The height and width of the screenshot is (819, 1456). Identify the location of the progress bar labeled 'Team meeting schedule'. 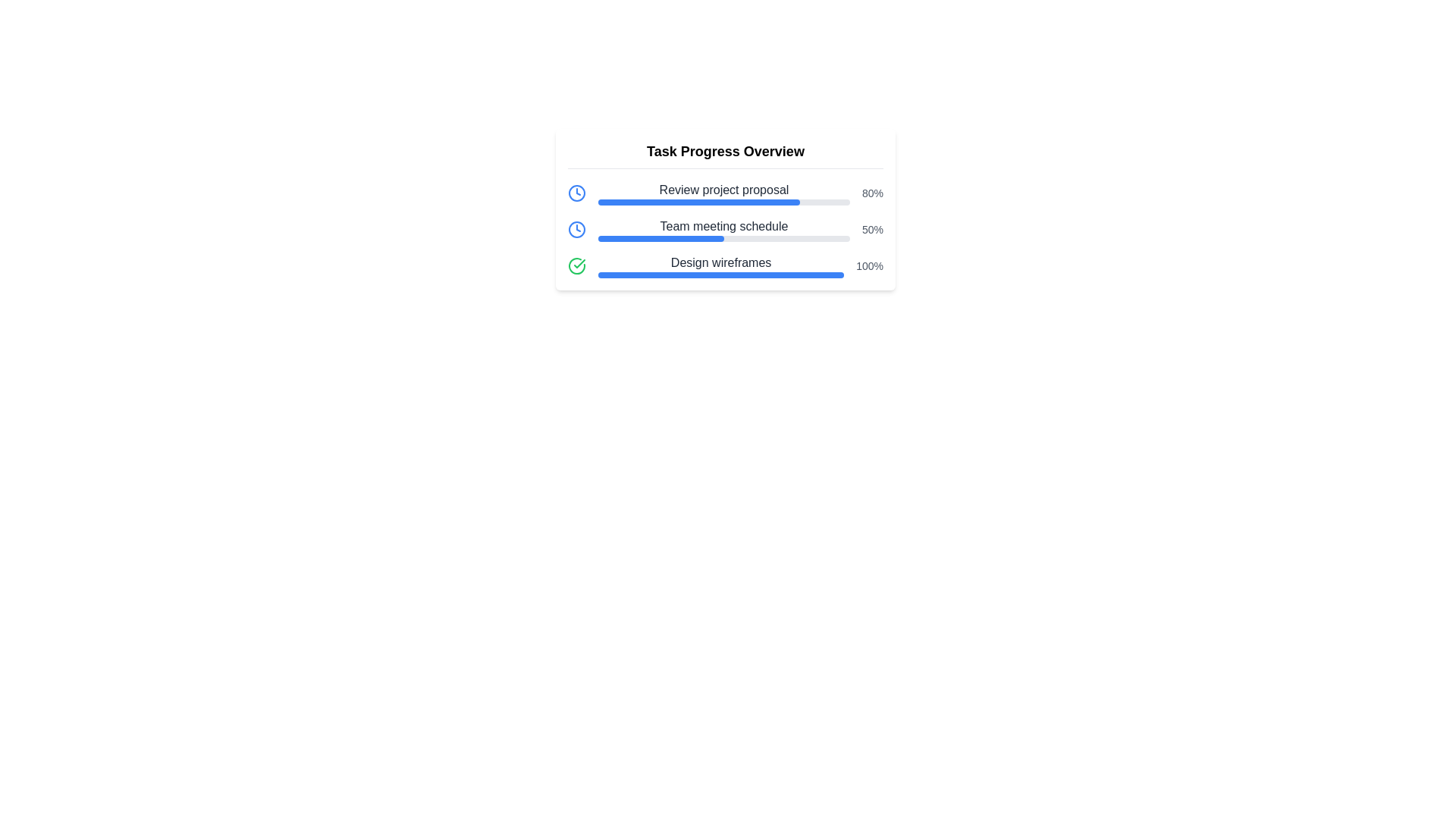
(723, 230).